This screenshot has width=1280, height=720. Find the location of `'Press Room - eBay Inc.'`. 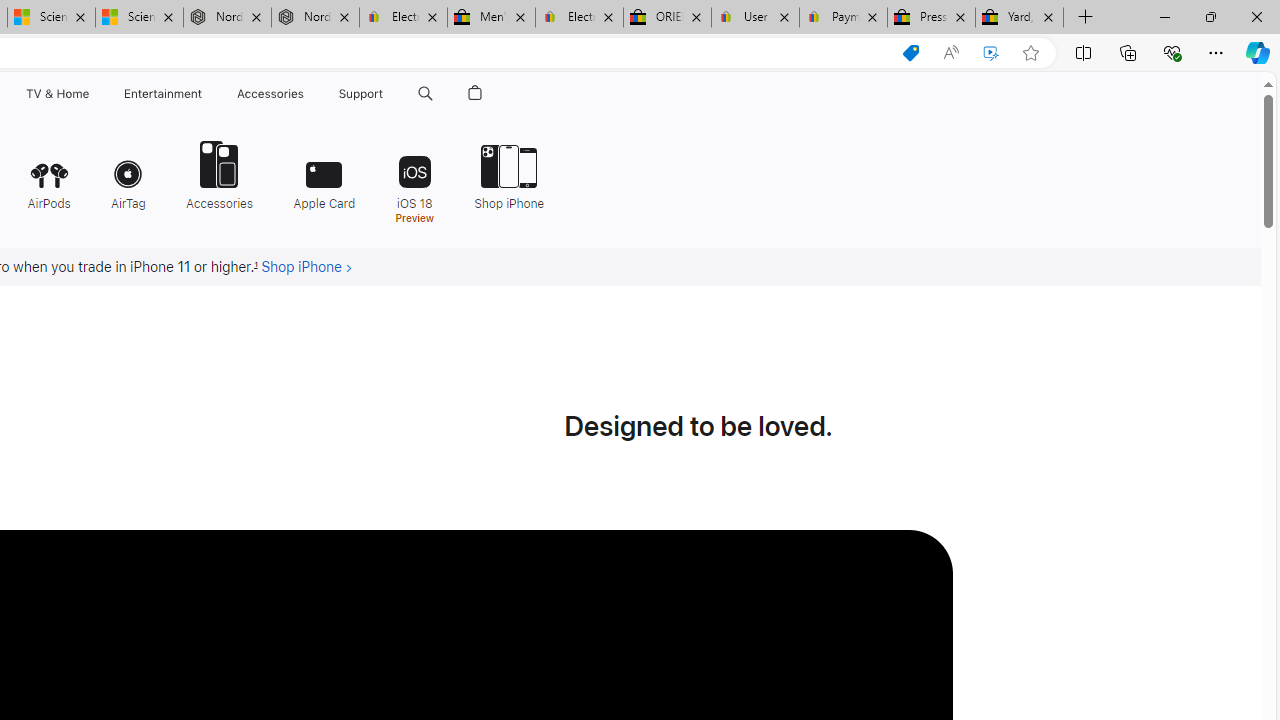

'Press Room - eBay Inc.' is located at coordinates (930, 17).